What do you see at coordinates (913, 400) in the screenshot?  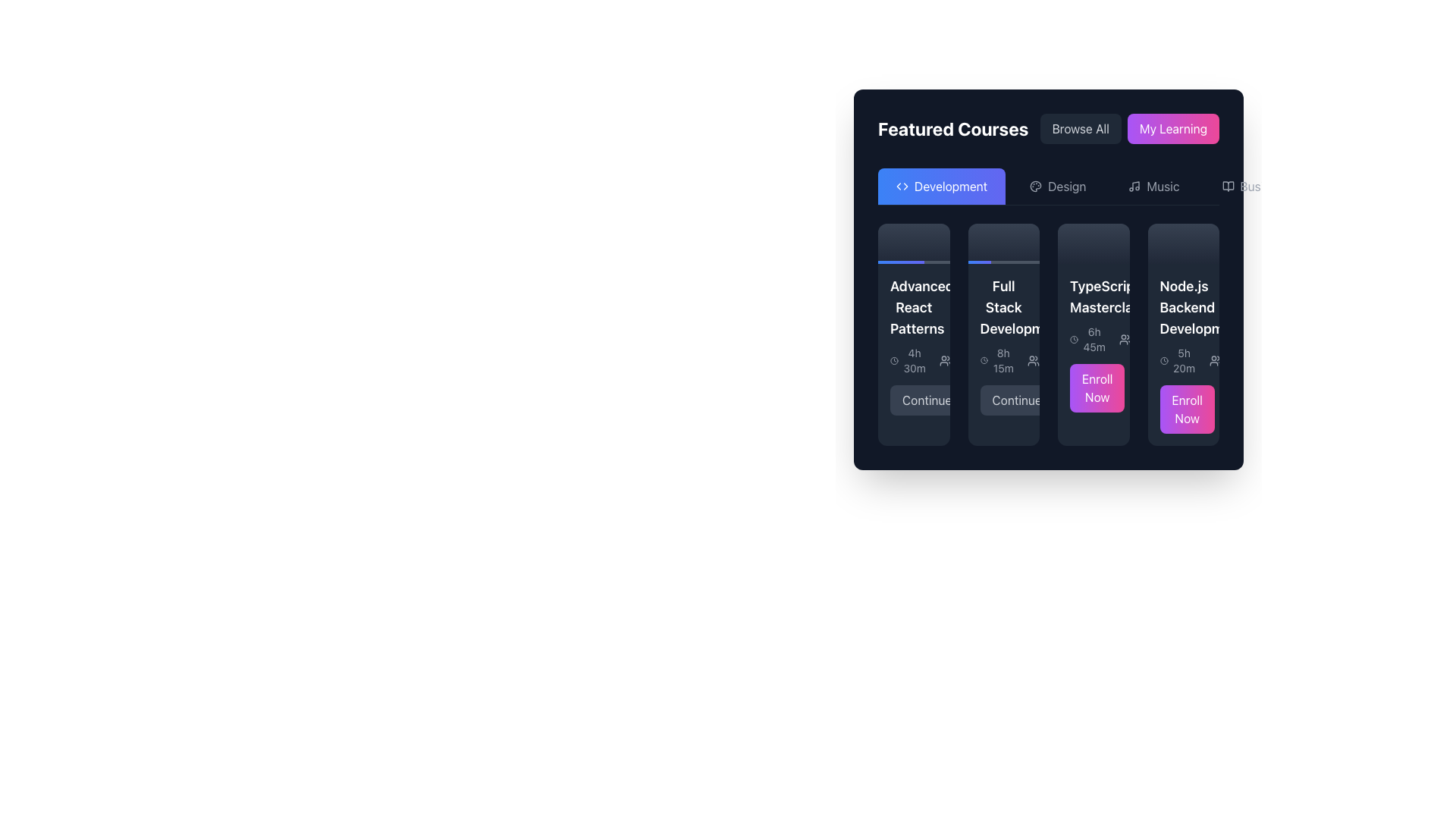 I see `the 'Continue' button with a modern flat UI design in the 'Advanced React Patterns' course card` at bounding box center [913, 400].